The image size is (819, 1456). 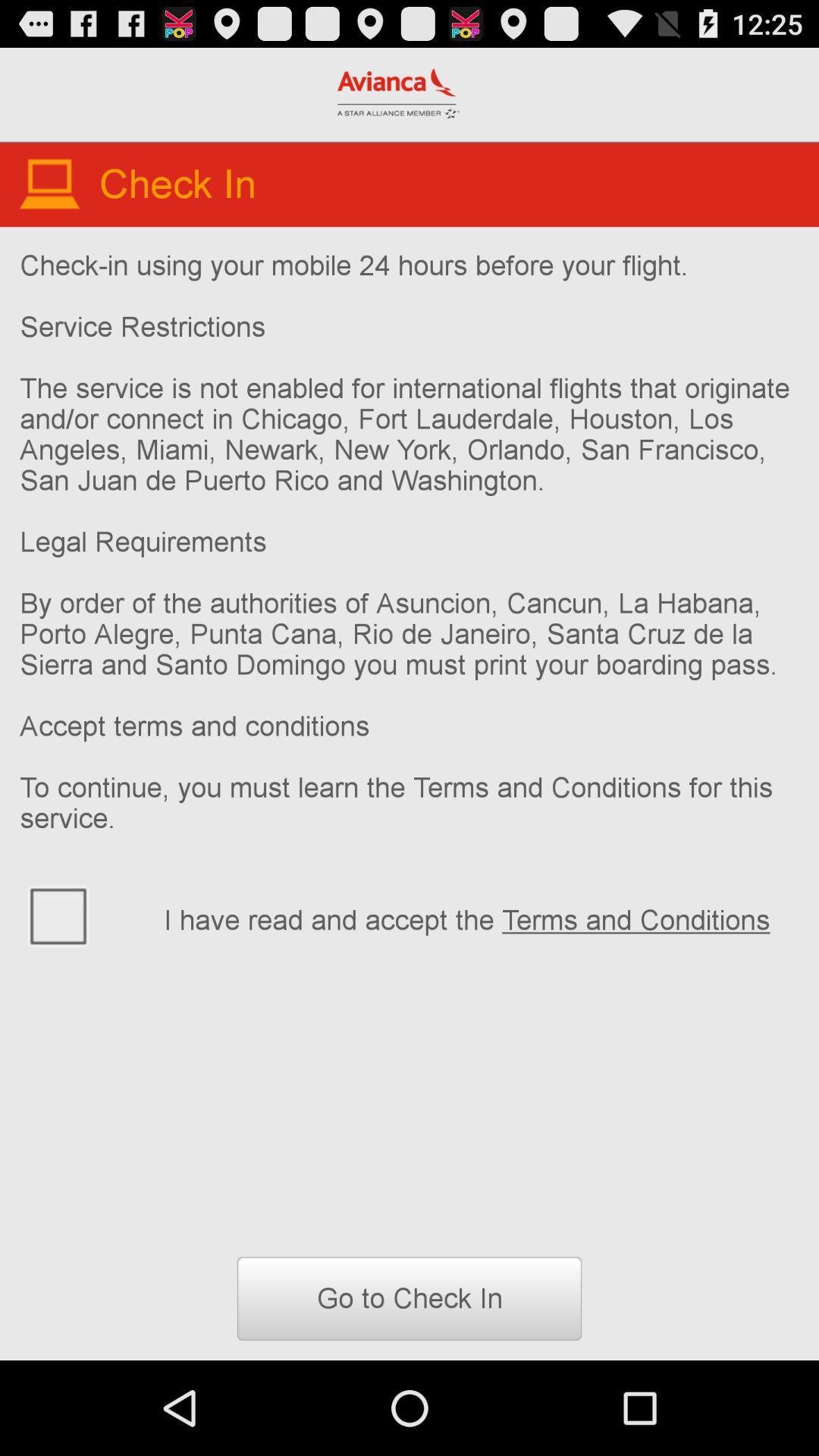 What do you see at coordinates (481, 917) in the screenshot?
I see `icon above go to check item` at bounding box center [481, 917].